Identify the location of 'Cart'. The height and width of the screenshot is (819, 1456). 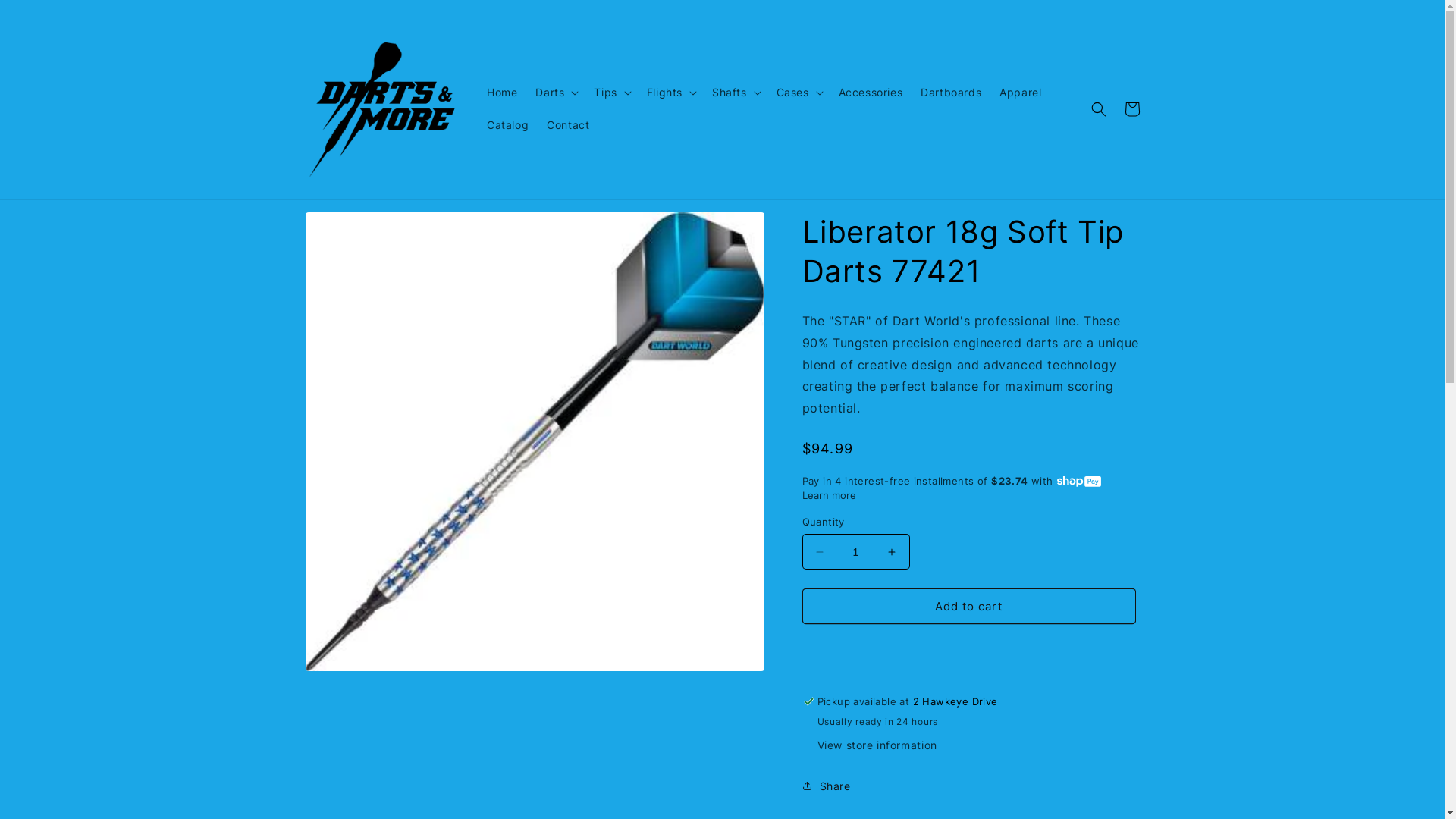
(1131, 108).